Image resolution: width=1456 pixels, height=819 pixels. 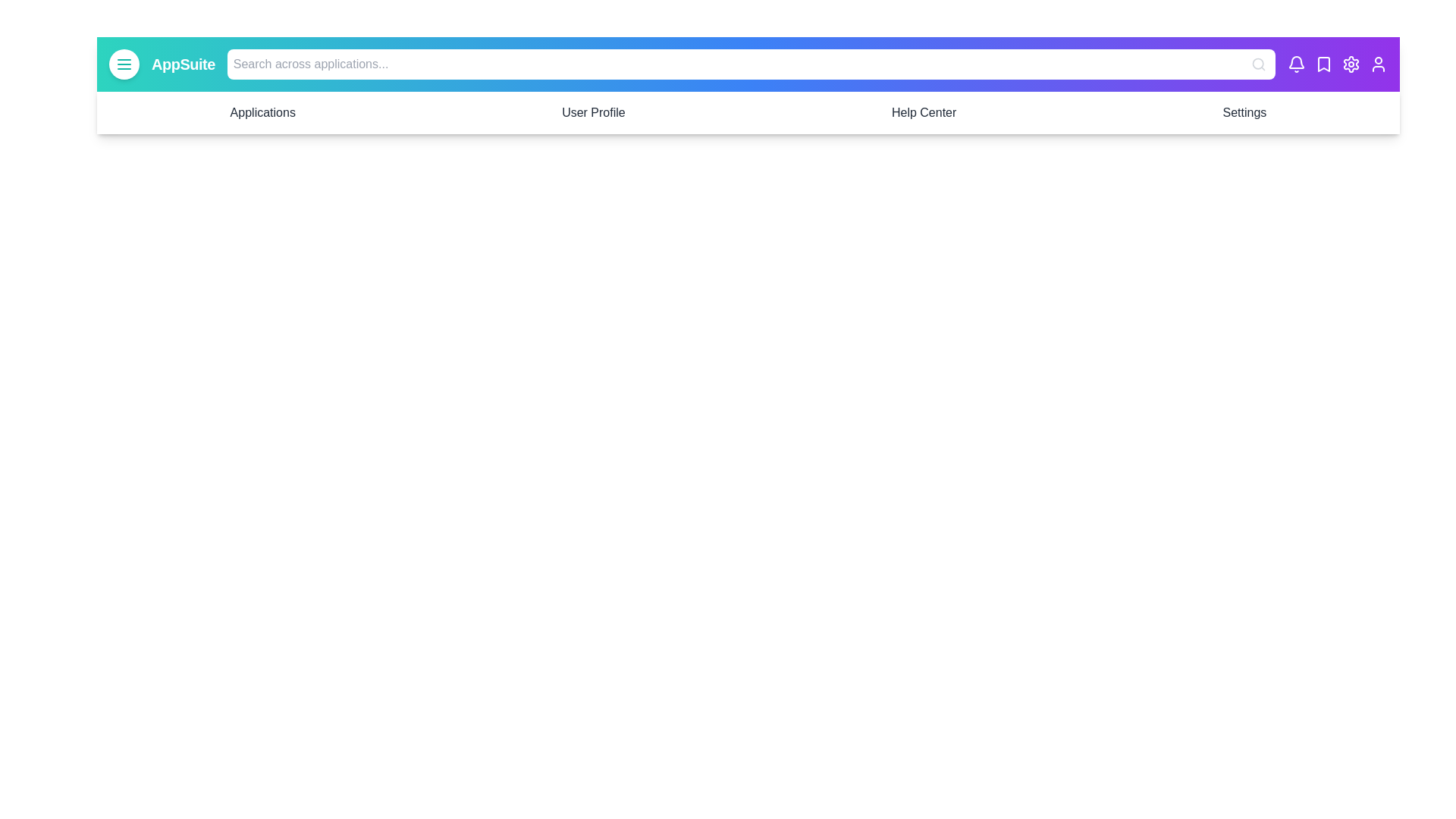 I want to click on the Help Center navigation menu item to navigate, so click(x=923, y=112).